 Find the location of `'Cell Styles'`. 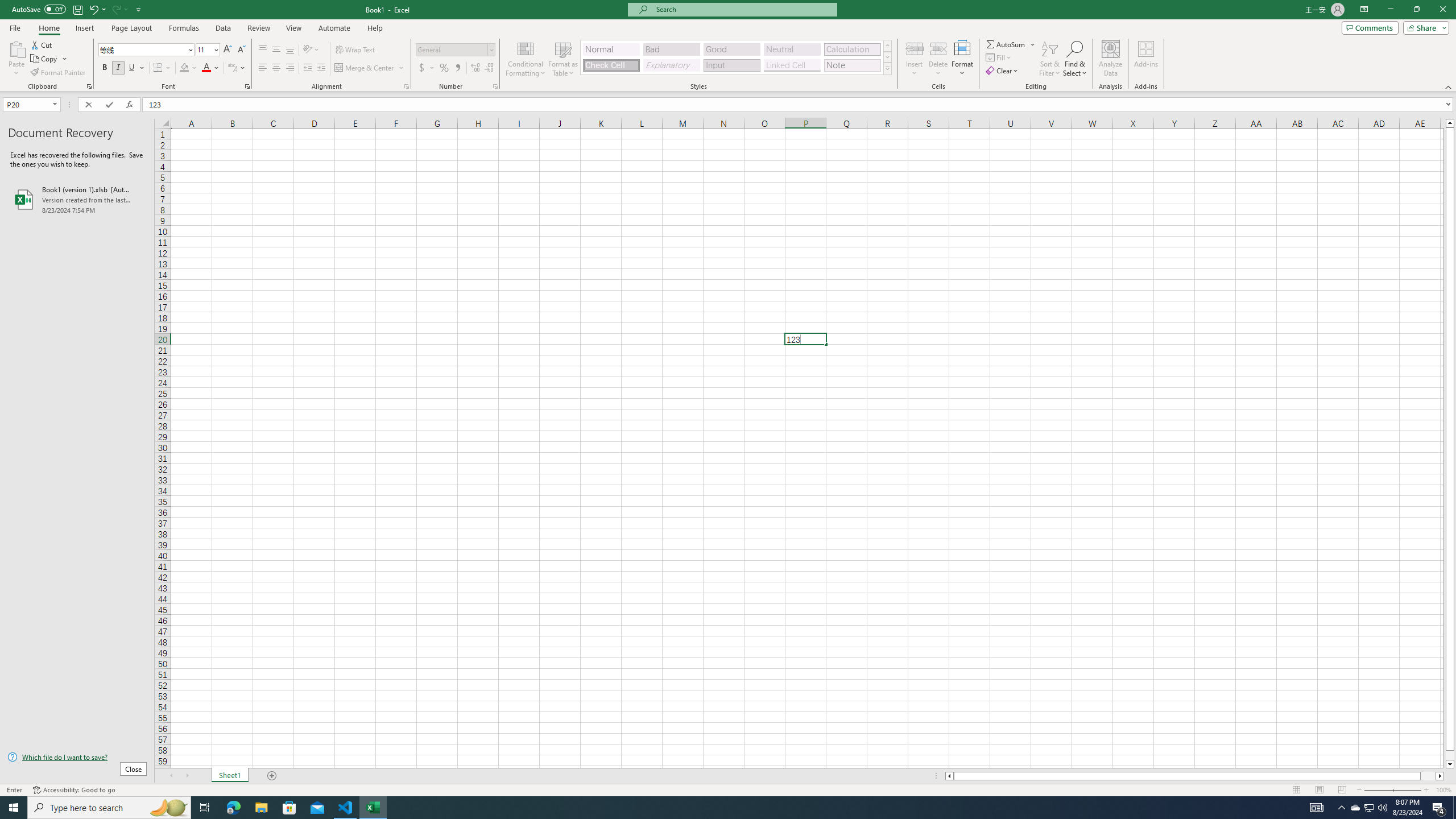

'Cell Styles' is located at coordinates (887, 68).